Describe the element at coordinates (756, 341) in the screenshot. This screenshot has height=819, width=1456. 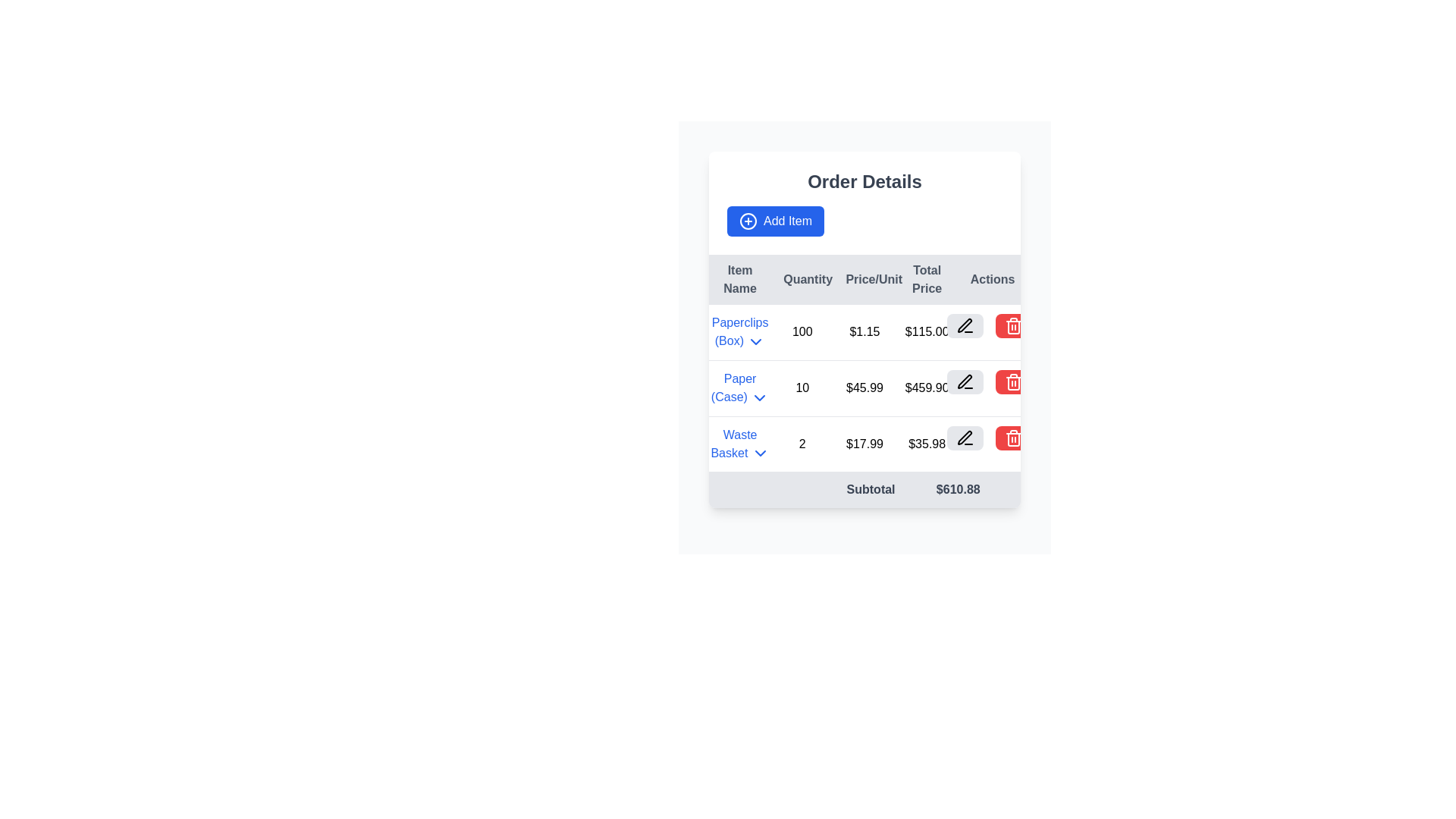
I see `the dropdown indicator icon located to the right of the 'Paperclips (Box)' text in the first row of the 'Order Details' interface` at that location.